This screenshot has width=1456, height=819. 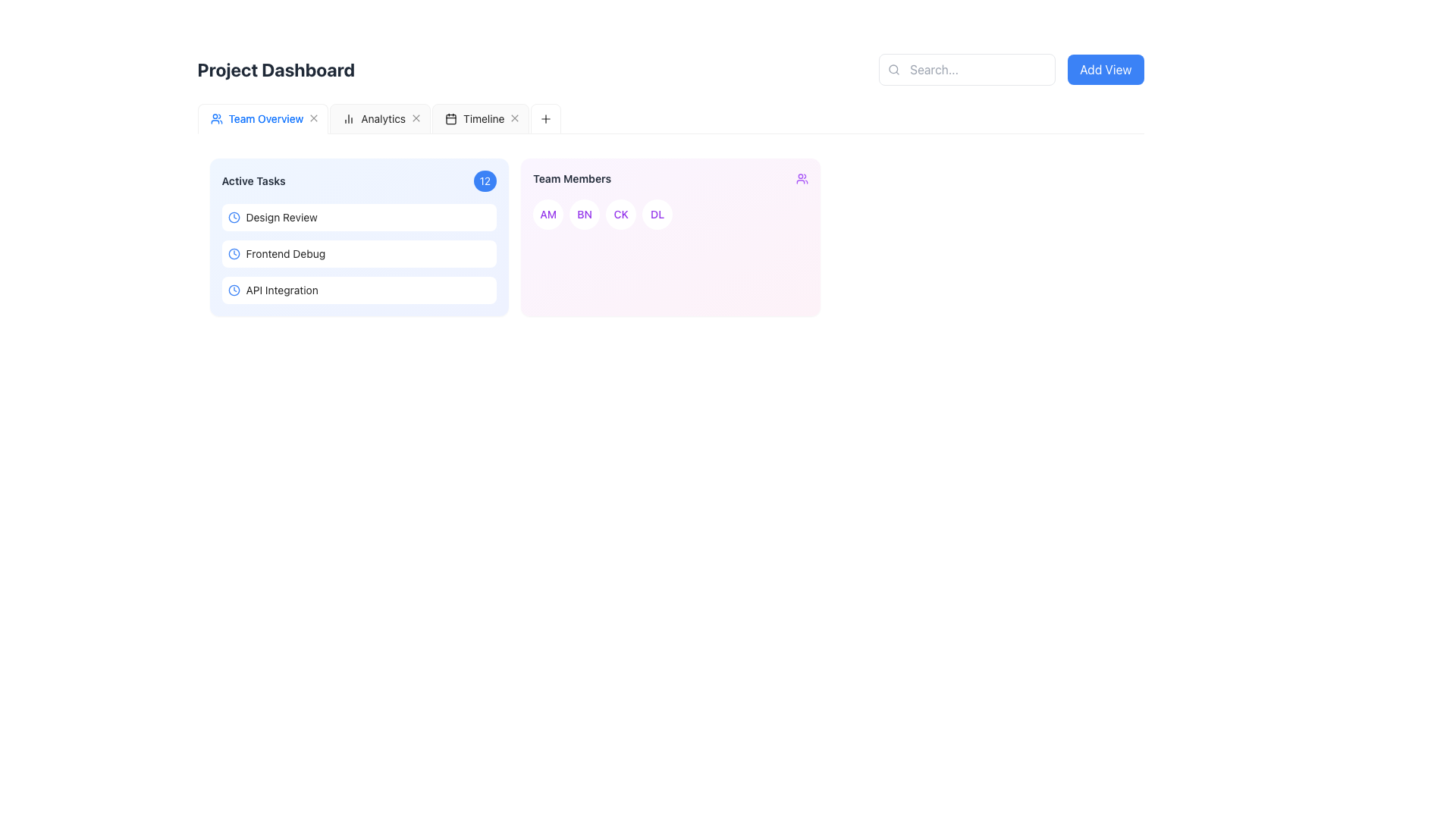 I want to click on the 'Add View' button, so click(x=1106, y=70).